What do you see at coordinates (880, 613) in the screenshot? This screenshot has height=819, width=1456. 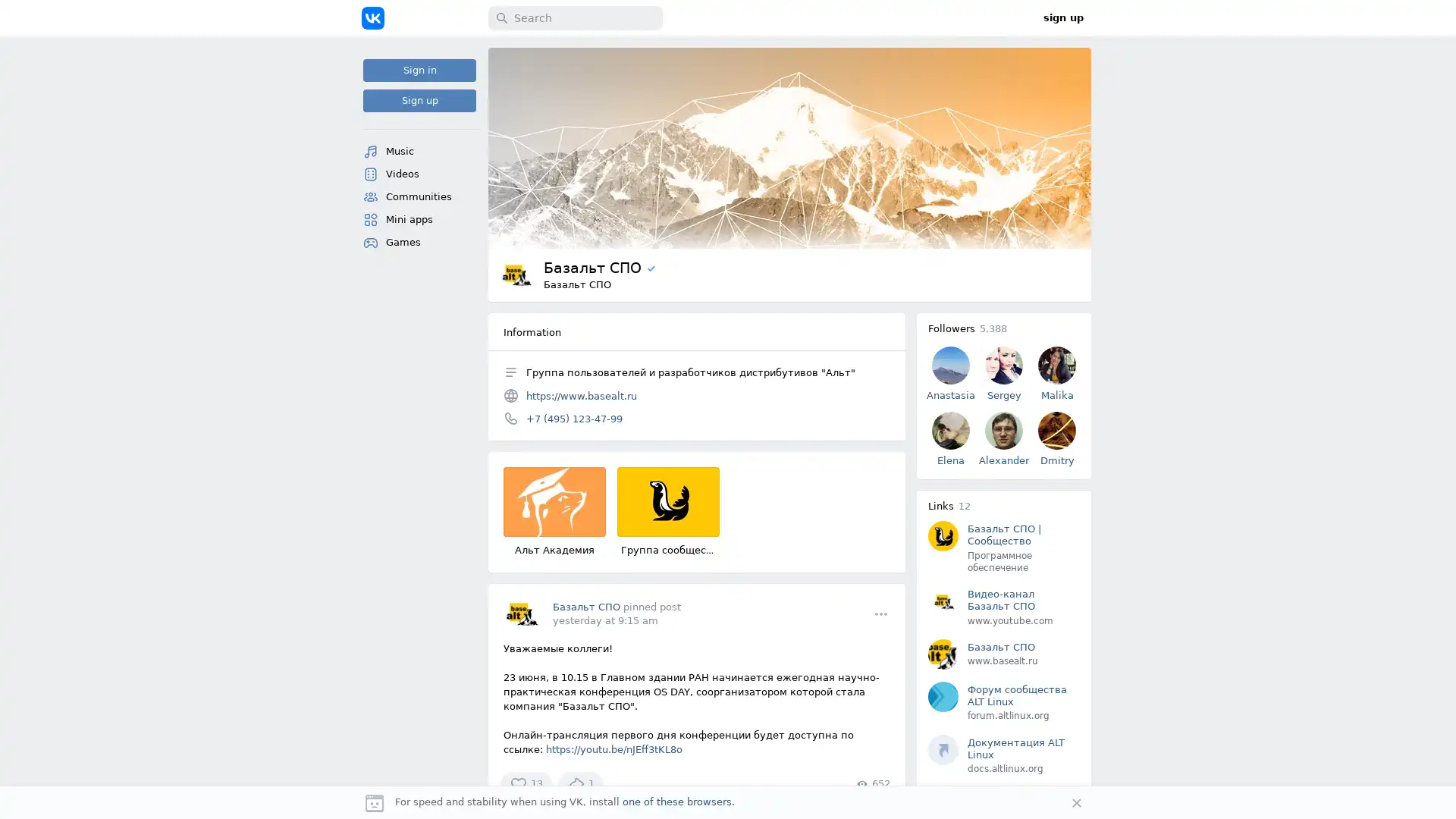 I see `Actions` at bounding box center [880, 613].